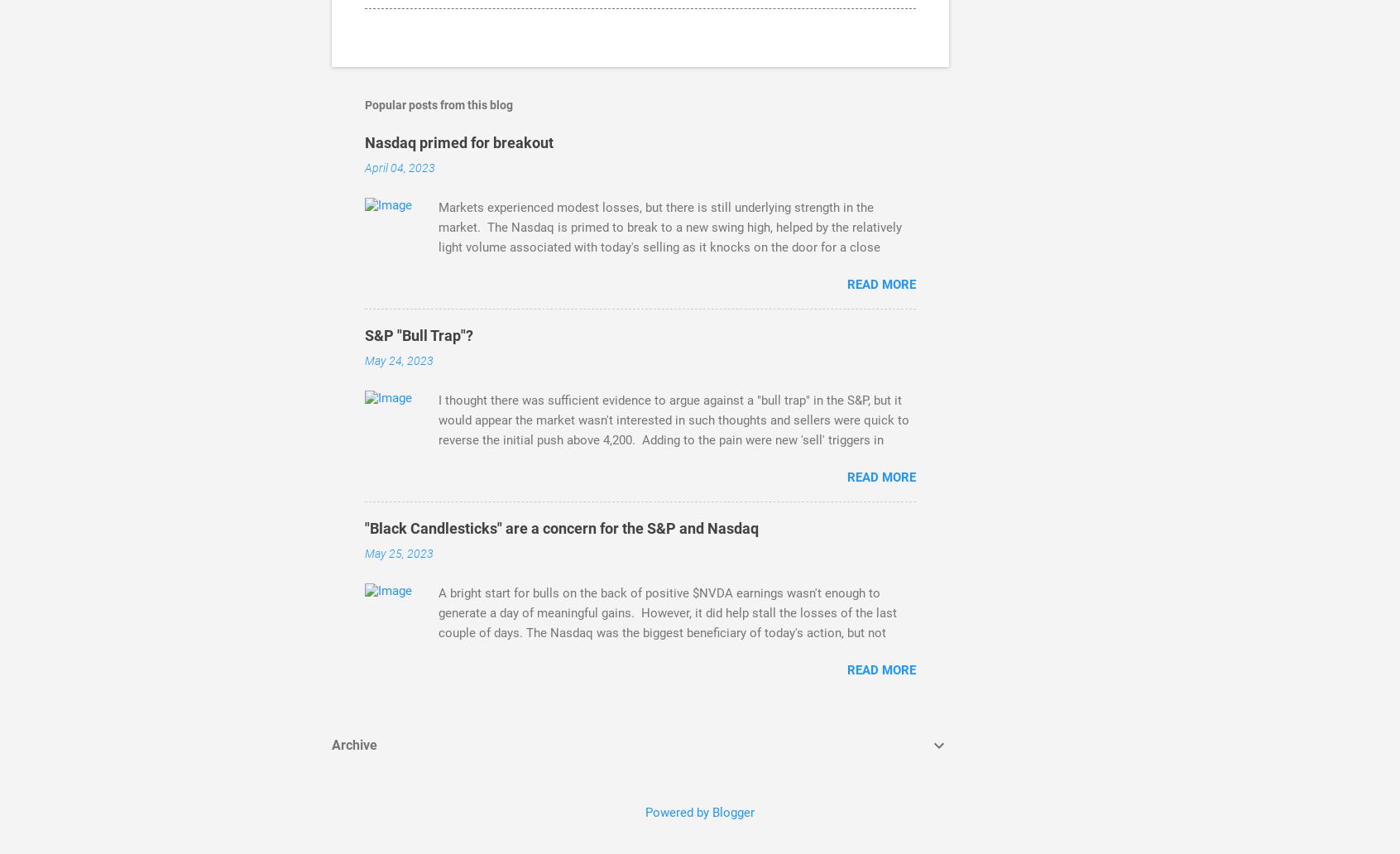  I want to click on 'A bright start for bulls on the back of positive $NVDA earnings wasn't enough to generate a day of meaningful gains.  However, it did help stall the losses of the last couple of days. The Nasdaq was the biggest beneficiary of today's action, but not enough to see an end-of-day finish that cleared last week's swing high, nor delivery of a large white candlestick, despite the morning breakout gap.  Technicals are net bullish and relative performance against the S&P has become consistently stronger since the start of May.  While today's candlestick I would view as typically 'bearish', today's volume ranked as confirmed accumulation (bullish). Overall, I would be looking for higher prices from here.', so click(677, 673).